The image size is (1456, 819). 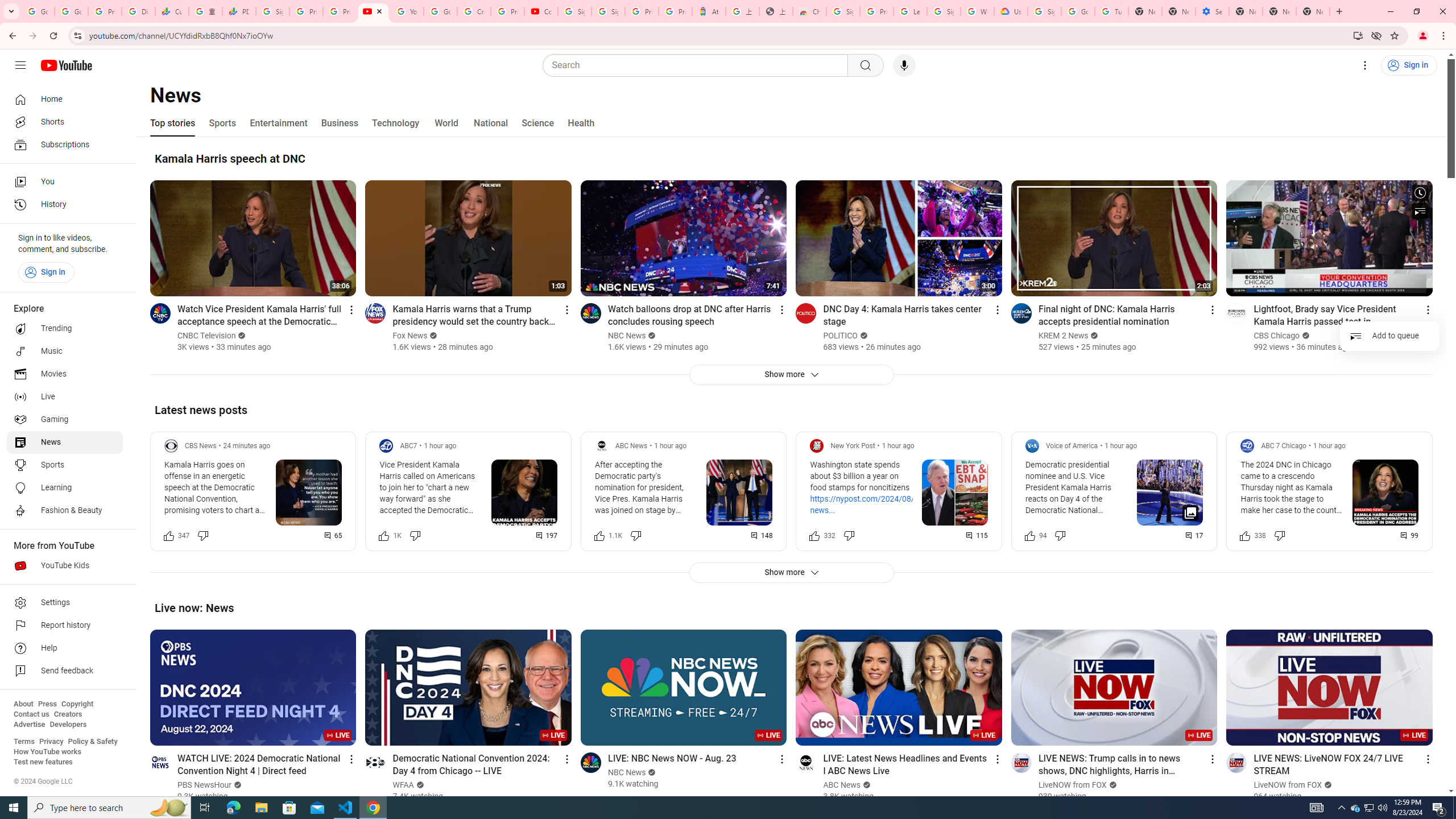 I want to click on 'Developers', so click(x=68, y=723).